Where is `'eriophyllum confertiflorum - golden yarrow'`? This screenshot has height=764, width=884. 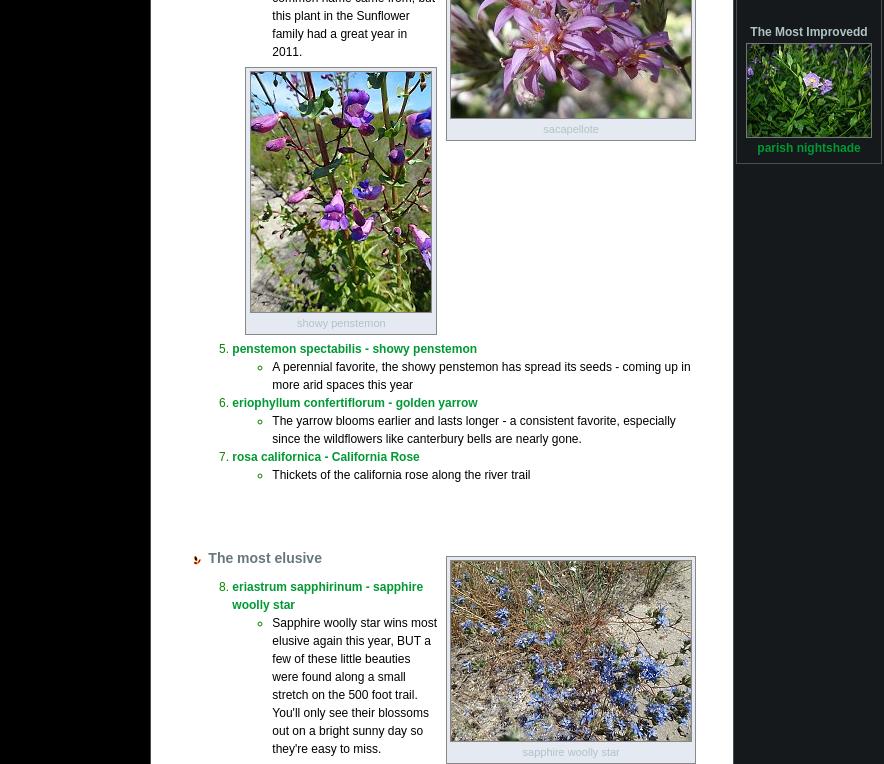
'eriophyllum confertiflorum - golden yarrow' is located at coordinates (353, 402).